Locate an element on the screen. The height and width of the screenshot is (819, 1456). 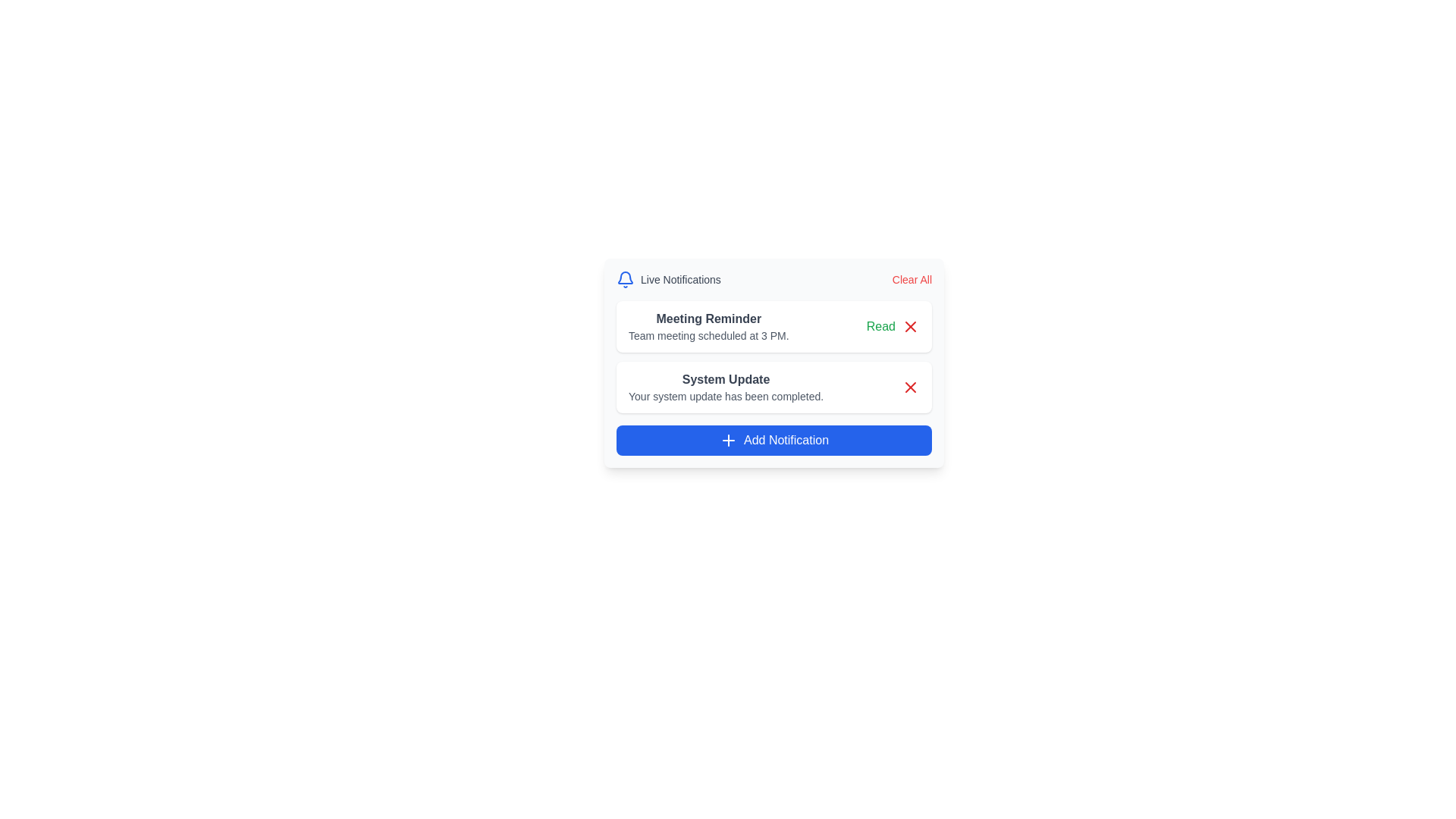
the 'Meeting Reminder' text label, which is a bold gray font situated at the top center of the notification card is located at coordinates (708, 318).